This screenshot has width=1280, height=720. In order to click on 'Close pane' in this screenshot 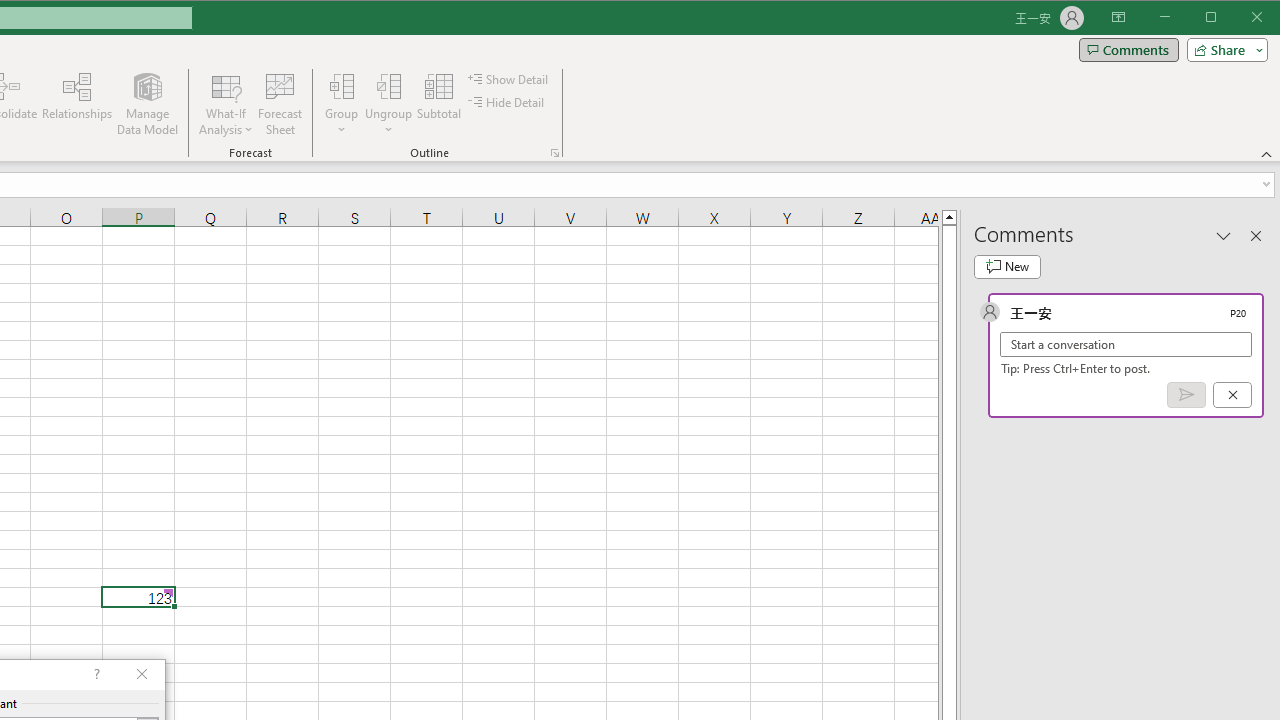, I will do `click(1255, 234)`.